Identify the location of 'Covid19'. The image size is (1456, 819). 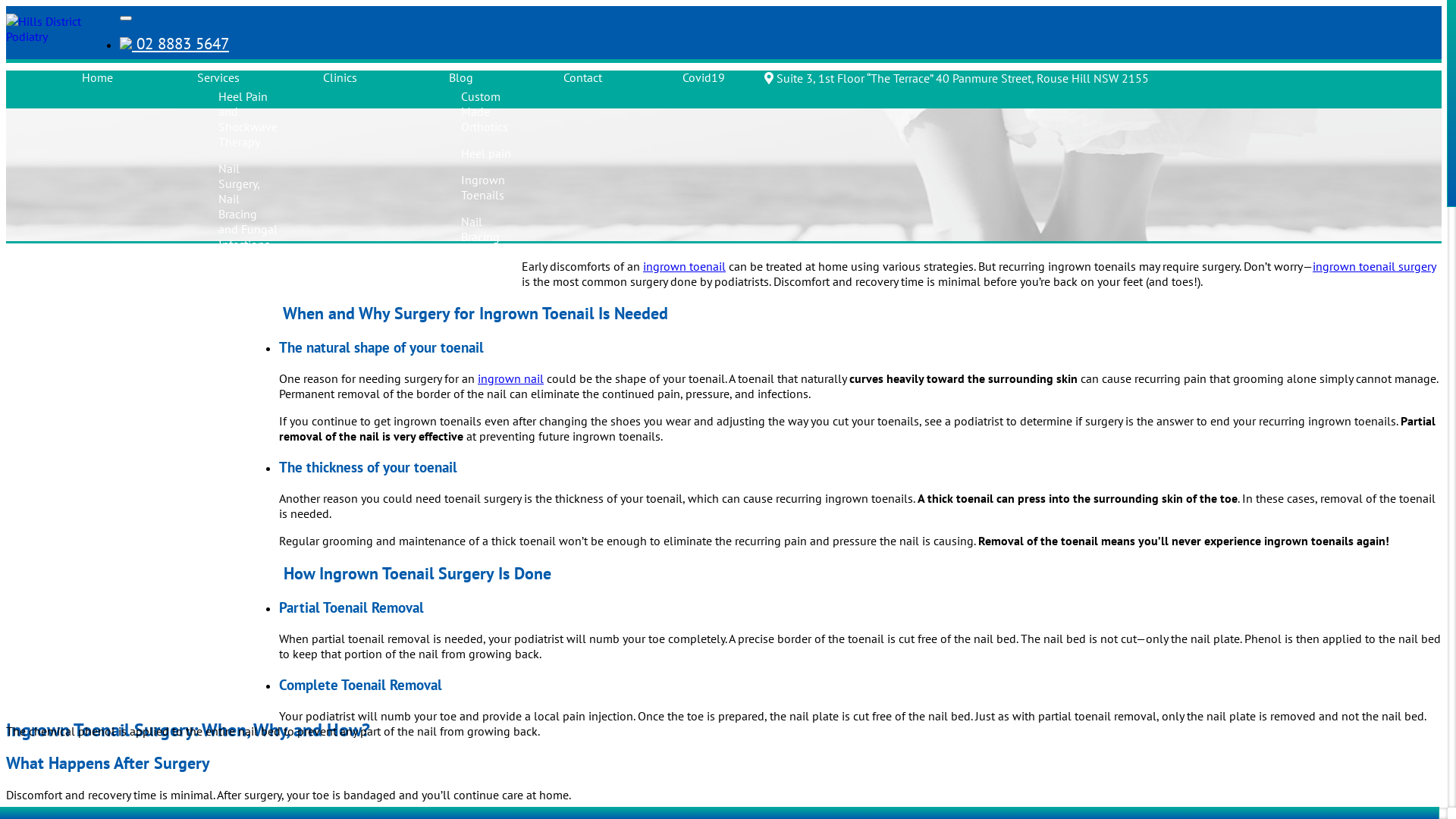
(702, 77).